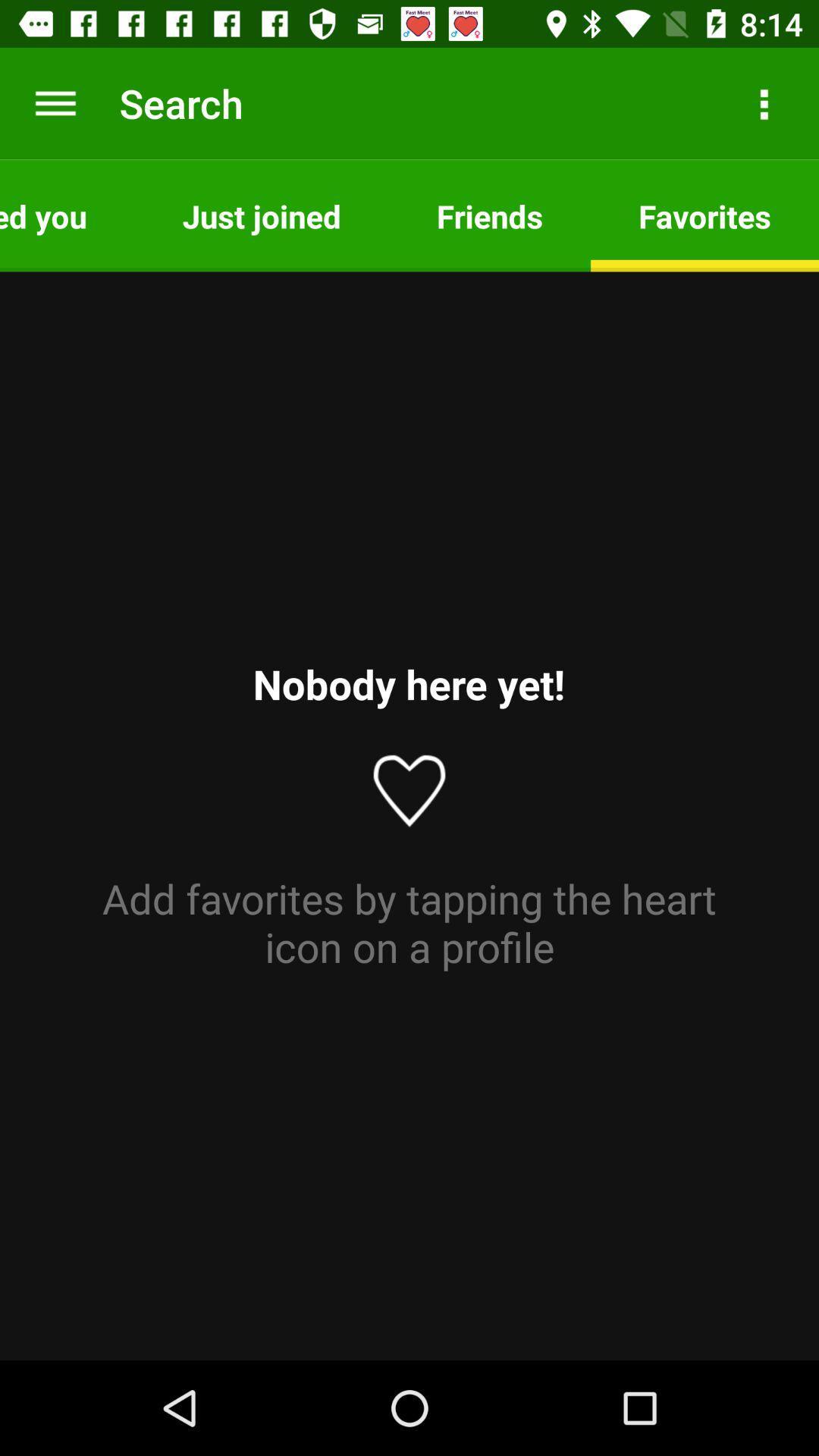  Describe the element at coordinates (55, 102) in the screenshot. I see `the icon next to the search` at that location.